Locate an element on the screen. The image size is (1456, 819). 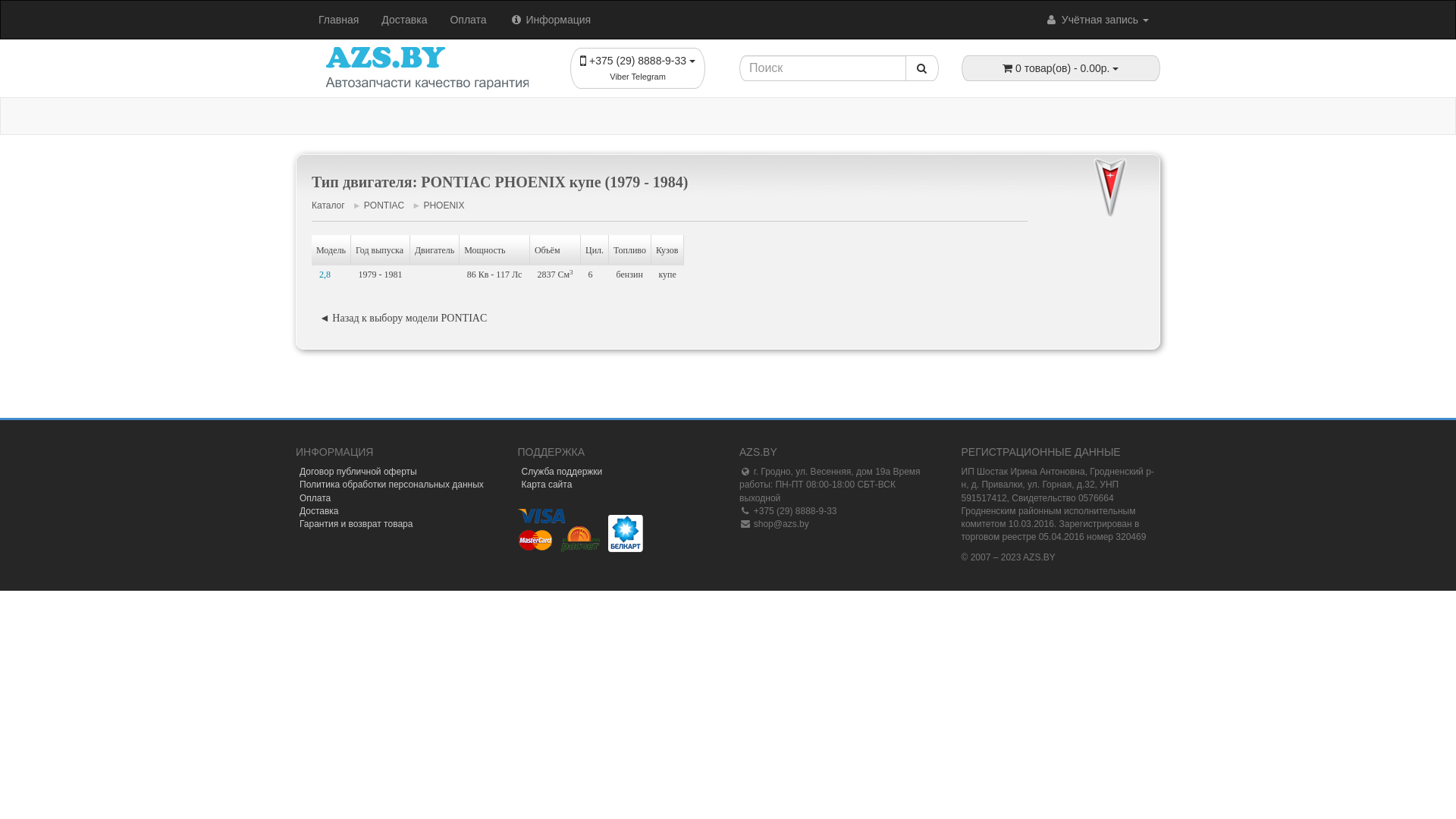
'2,8' is located at coordinates (330, 275).